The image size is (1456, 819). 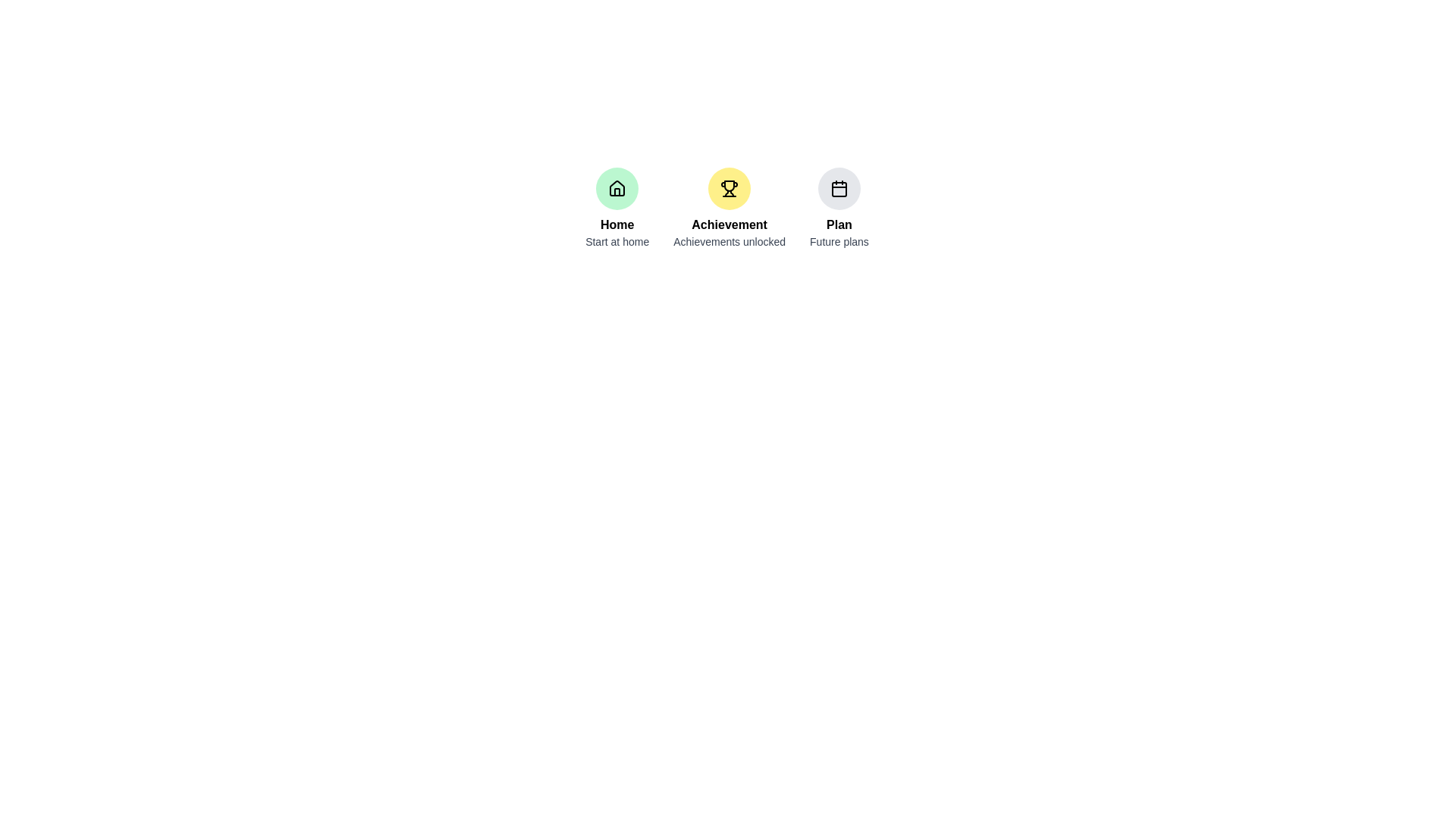 I want to click on the information displayed in the second informational display component that shows user achievements, positioned between the 'Home' and 'Plan' sections, so click(x=730, y=208).